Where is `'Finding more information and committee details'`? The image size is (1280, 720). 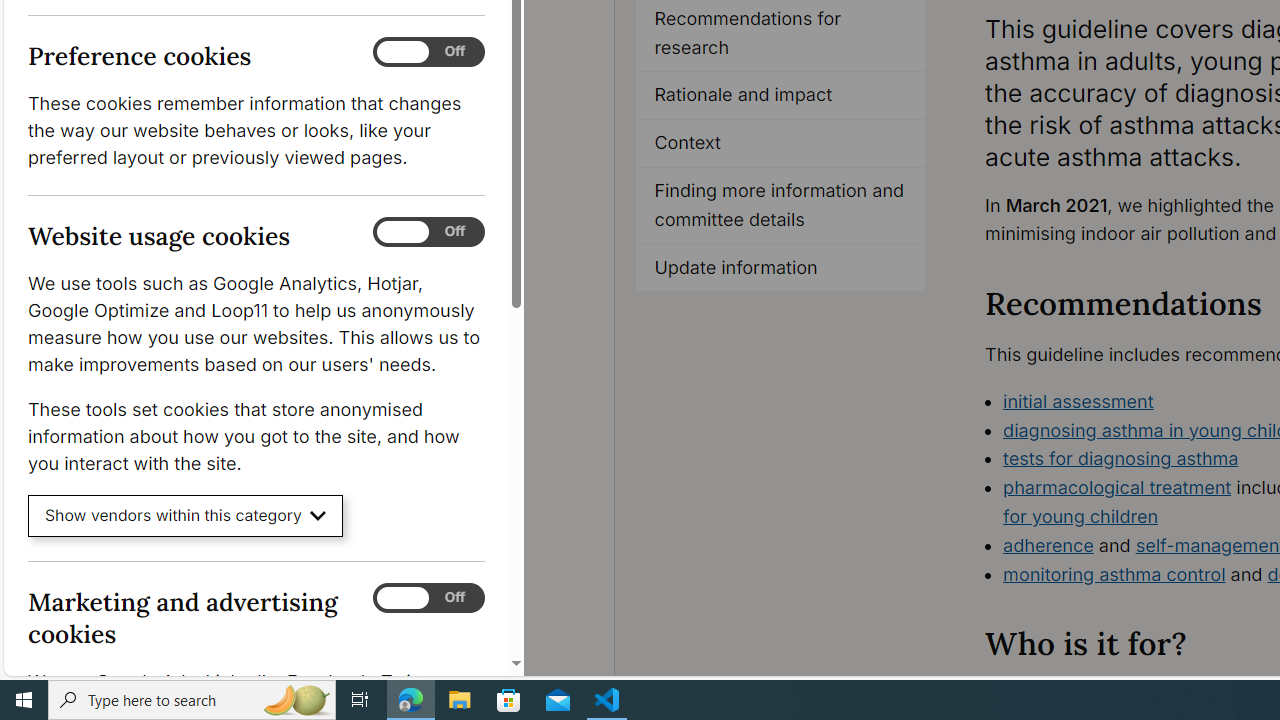 'Finding more information and committee details' is located at coordinates (779, 205).